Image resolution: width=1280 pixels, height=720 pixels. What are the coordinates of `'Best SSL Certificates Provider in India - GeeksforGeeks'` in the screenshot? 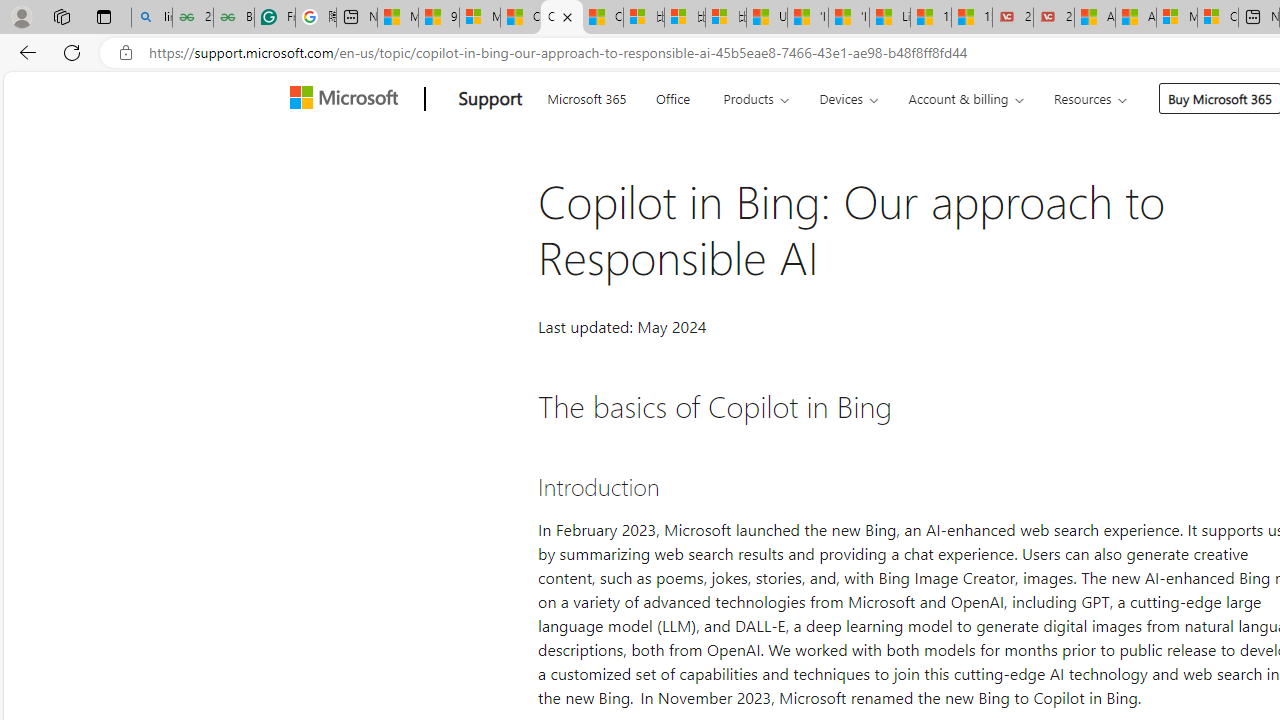 It's located at (233, 17).